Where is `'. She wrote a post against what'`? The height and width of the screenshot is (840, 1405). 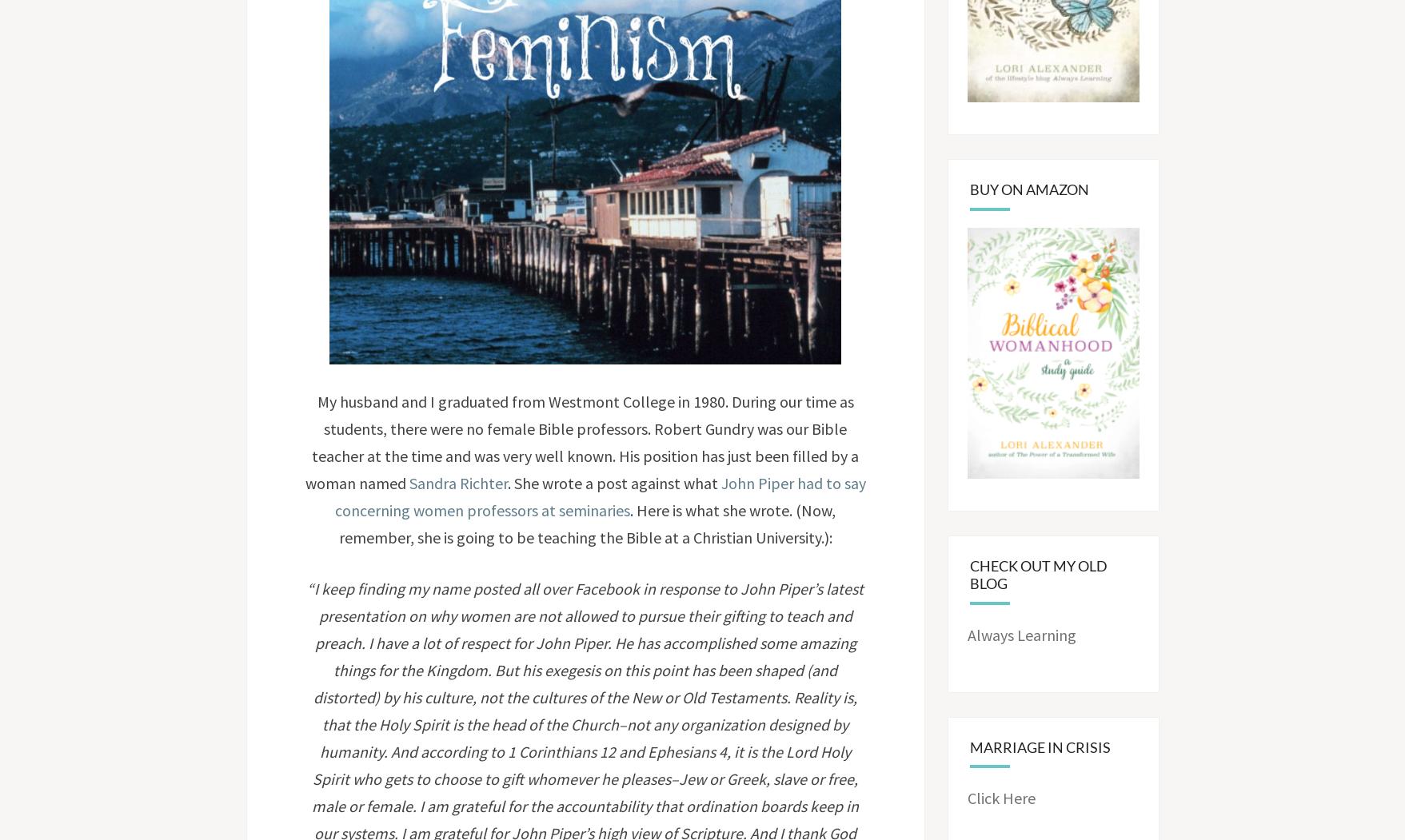
'. She wrote a post against what' is located at coordinates (613, 483).